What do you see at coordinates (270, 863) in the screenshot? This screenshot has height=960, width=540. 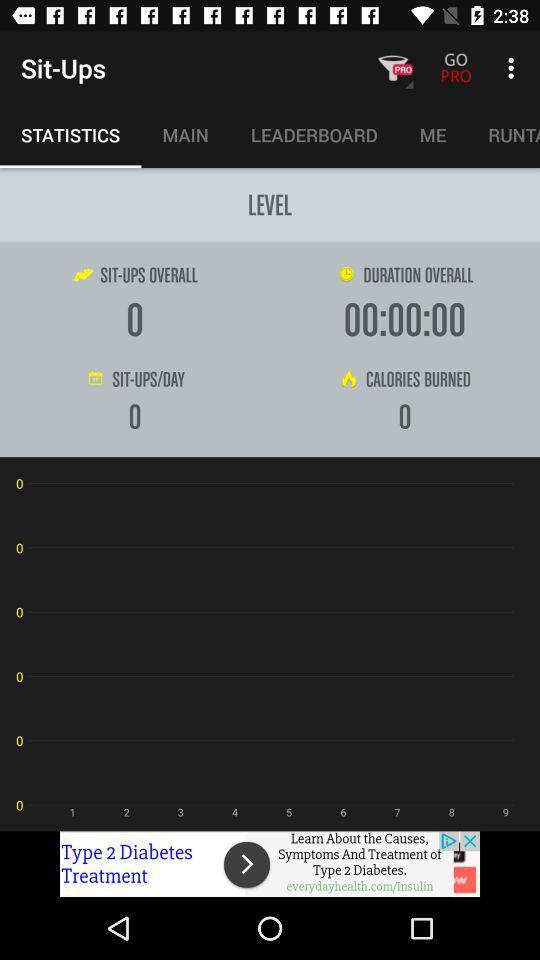 I see `advertising bar` at bounding box center [270, 863].